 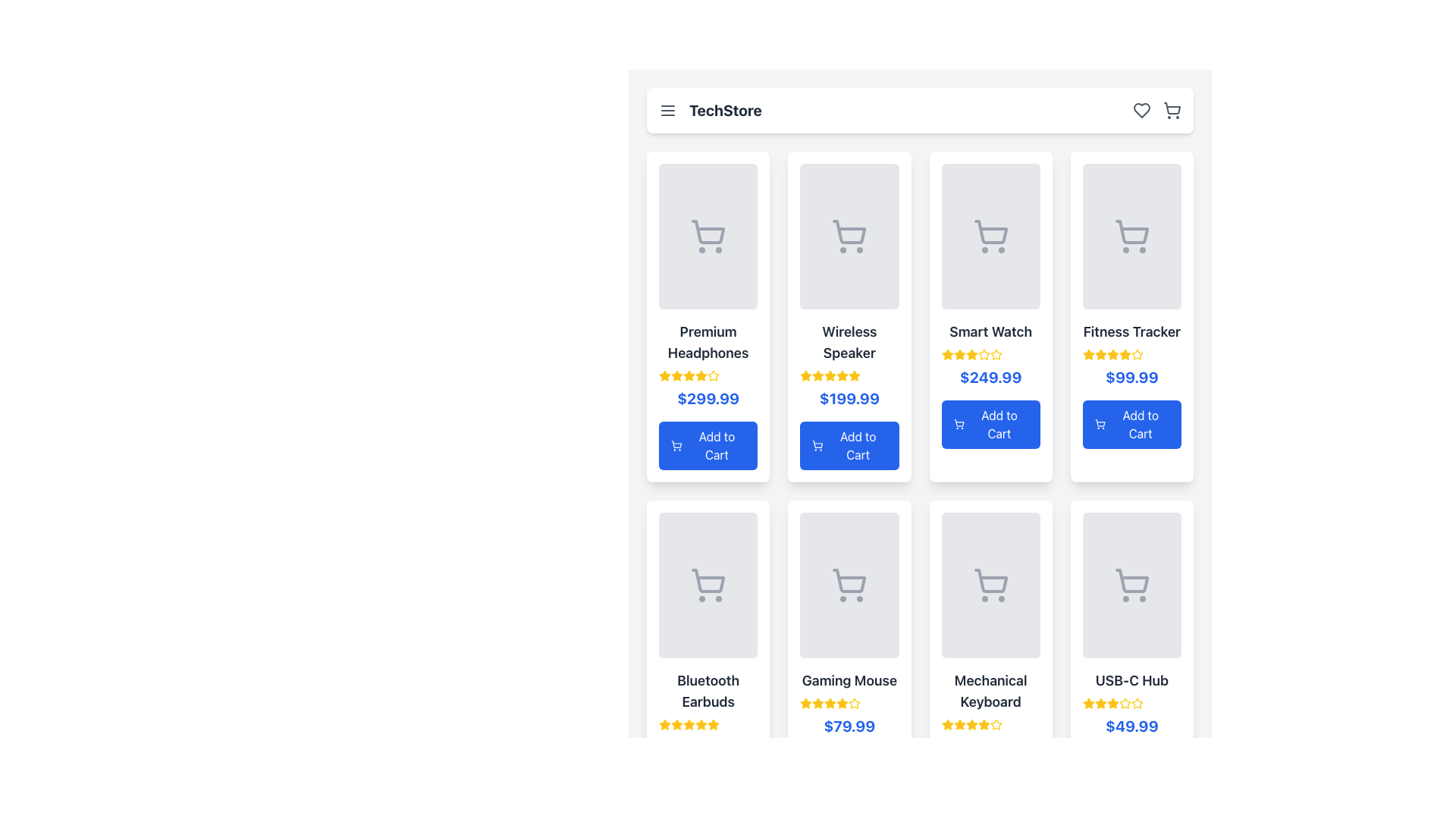 What do you see at coordinates (724, 110) in the screenshot?
I see `the 'TechStore' text label in the navigation bar, which is styled with a large, bold font and is dark gray in color` at bounding box center [724, 110].